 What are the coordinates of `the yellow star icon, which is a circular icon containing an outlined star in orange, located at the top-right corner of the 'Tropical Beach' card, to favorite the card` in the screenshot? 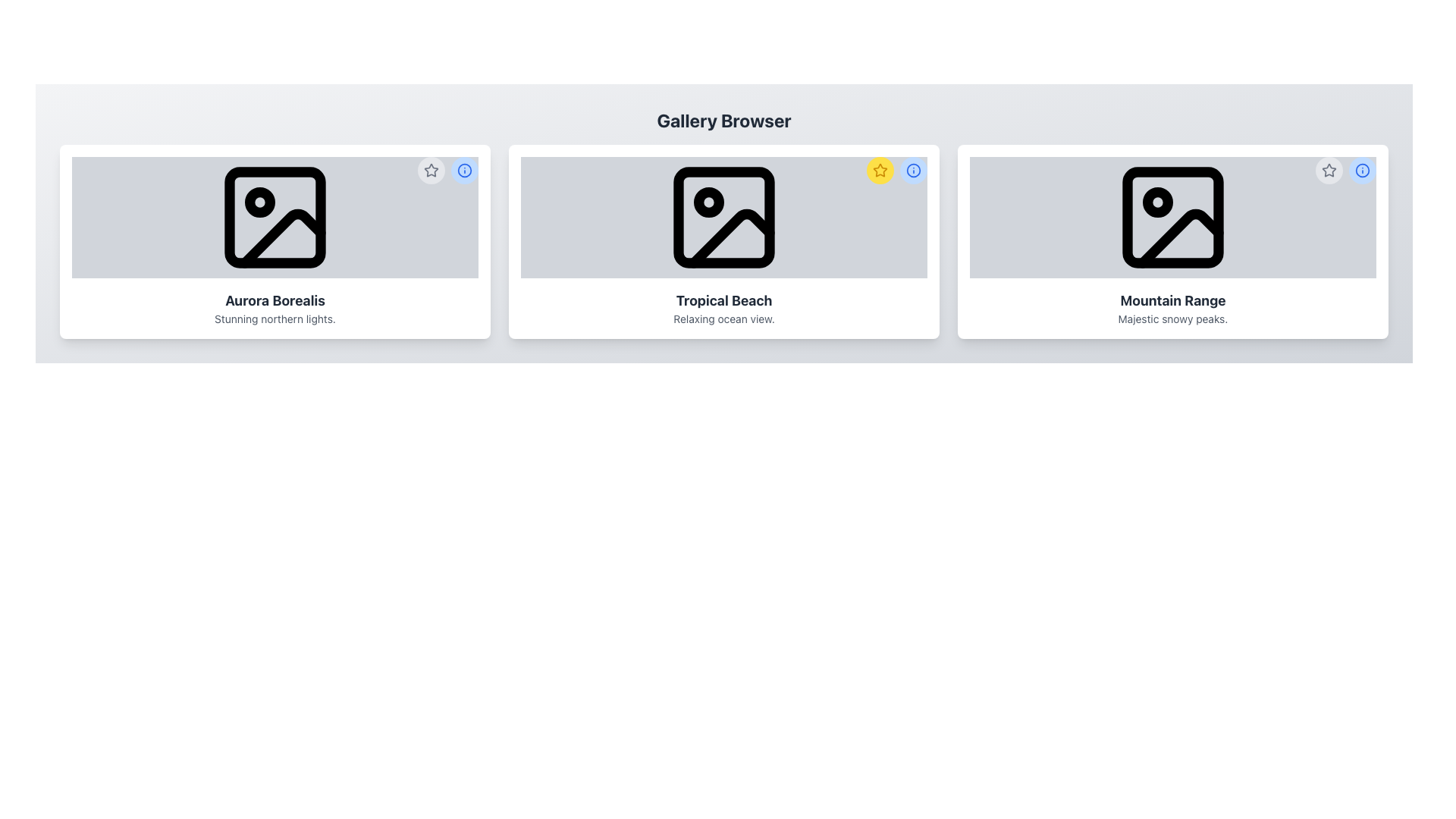 It's located at (896, 170).